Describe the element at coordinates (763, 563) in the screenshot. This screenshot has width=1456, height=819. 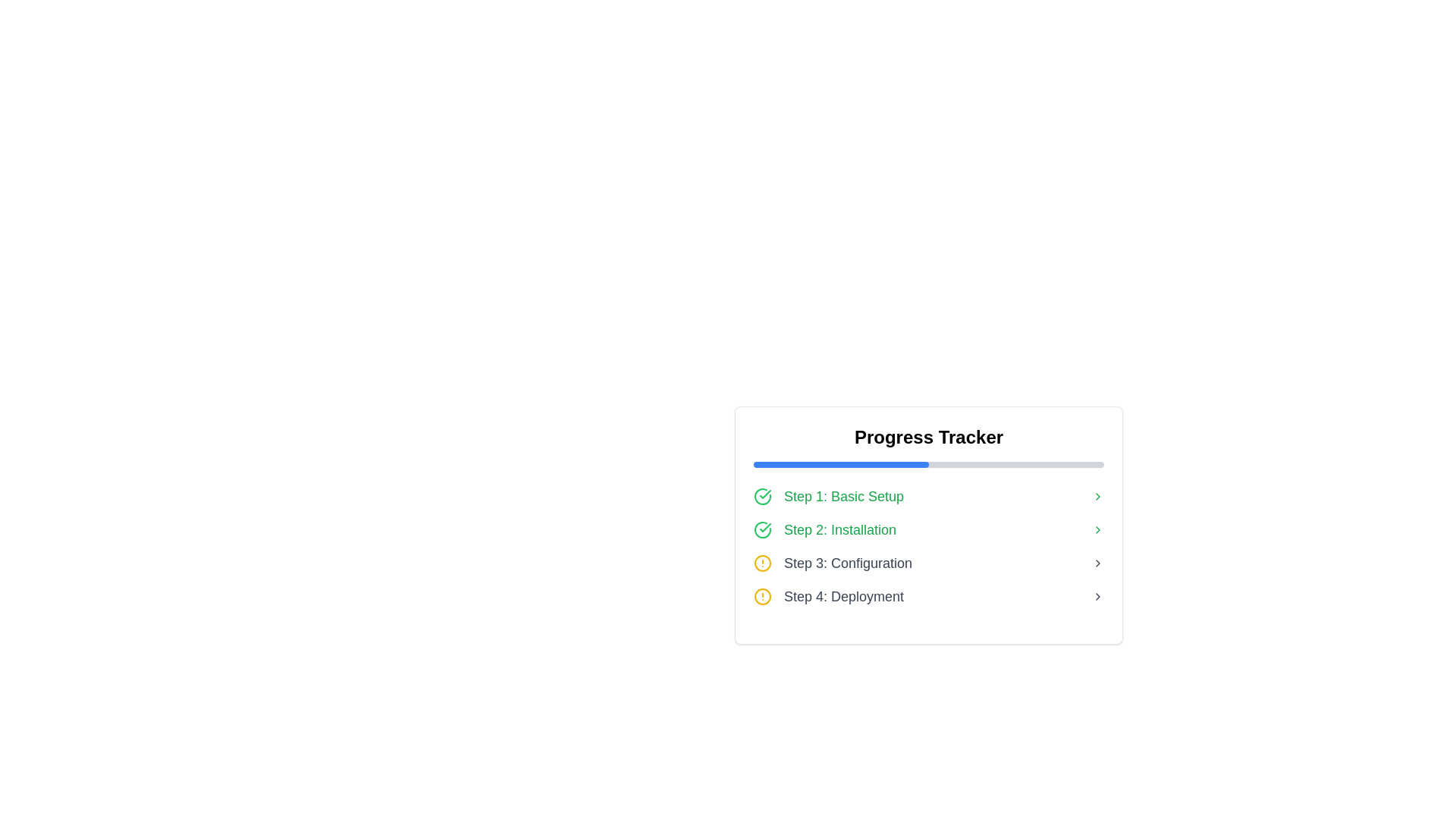
I see `the yellow circular icon indicating the status of 'Step 3: Configuration' in the progress tracker` at that location.